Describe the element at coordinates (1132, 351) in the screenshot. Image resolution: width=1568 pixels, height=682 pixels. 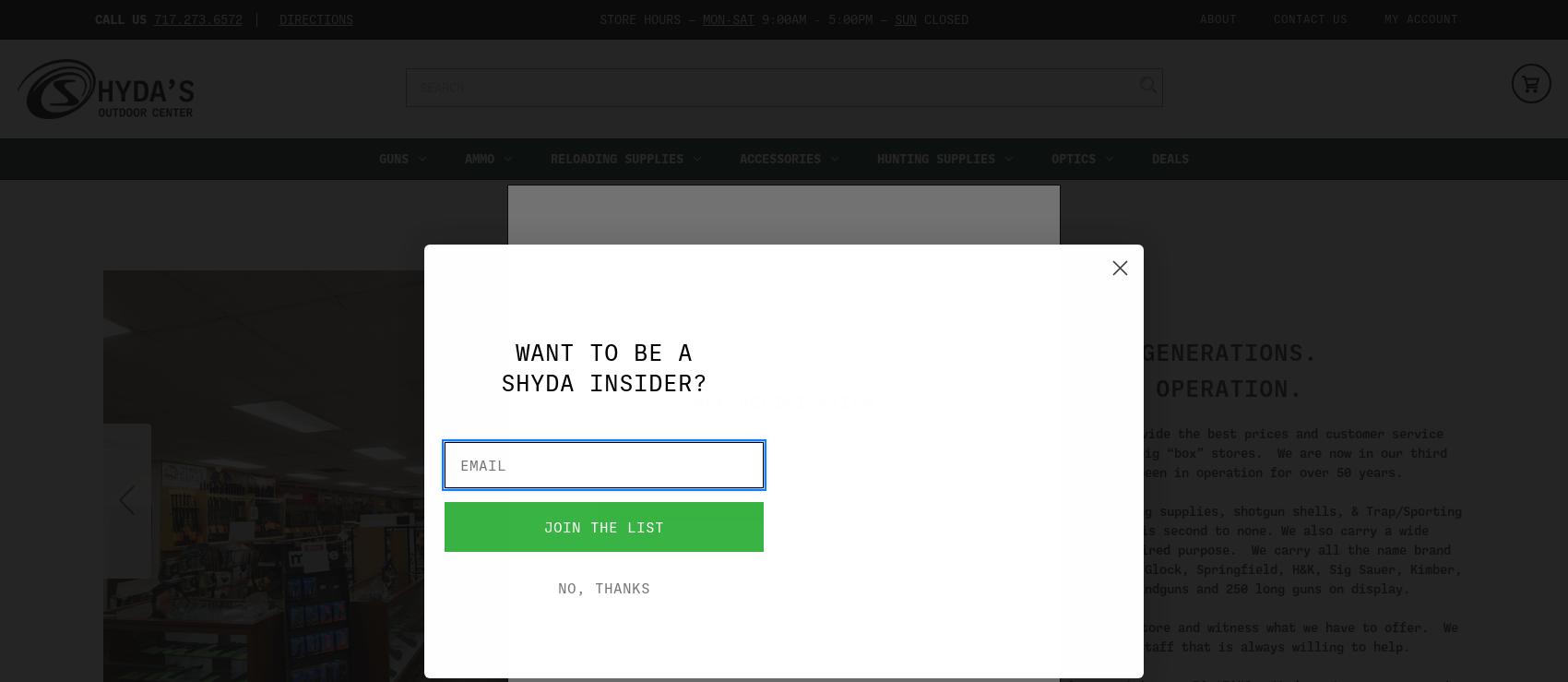
I see `'THREE FAMILY GENERATIONS.'` at that location.